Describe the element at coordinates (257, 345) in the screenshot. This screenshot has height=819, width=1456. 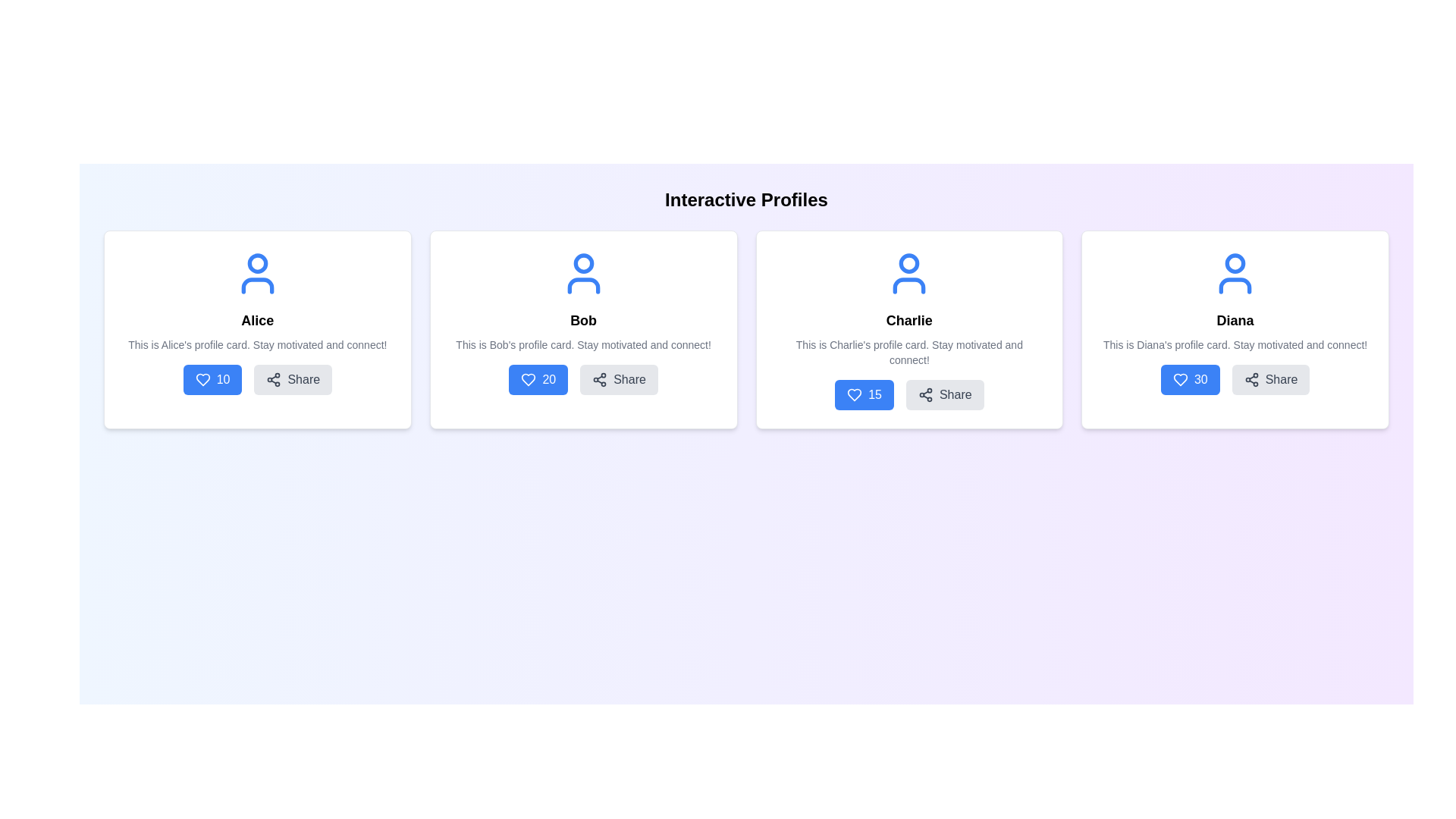
I see `the text element that provides a brief description of Alice's profile, located below her name and above the interactive elements '10' and 'Share'` at that location.